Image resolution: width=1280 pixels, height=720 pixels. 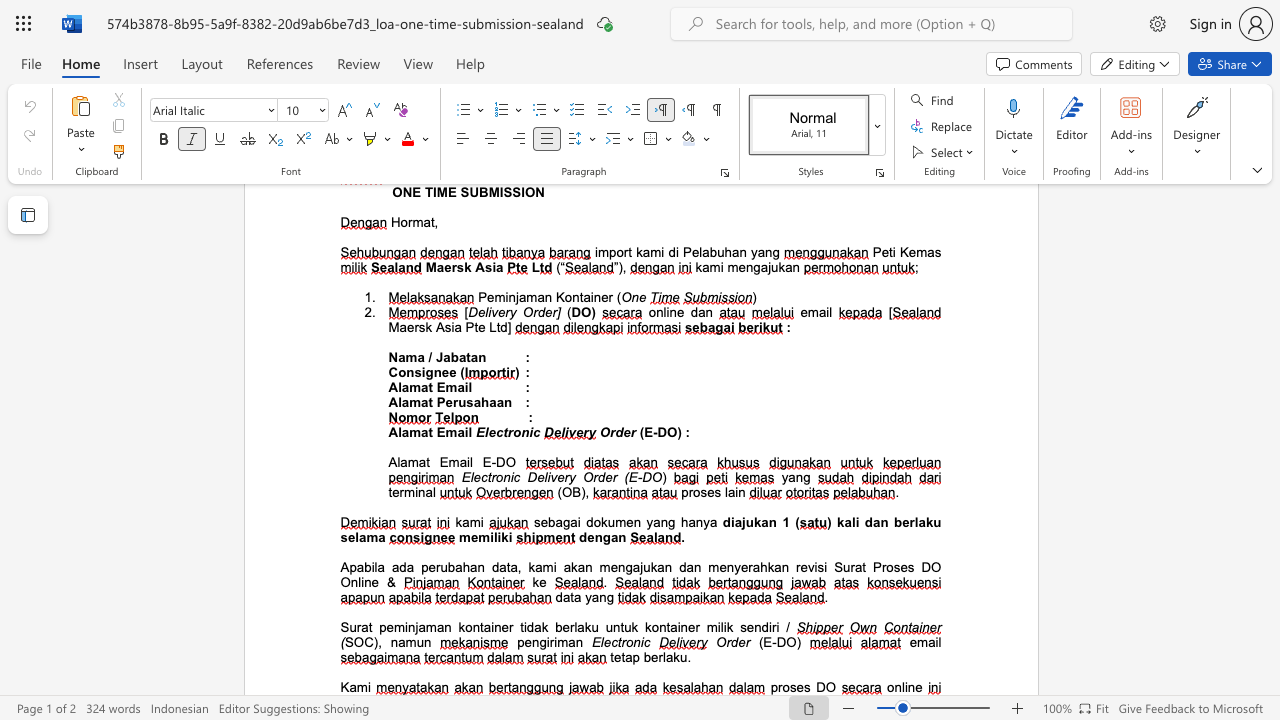 What do you see at coordinates (803, 686) in the screenshot?
I see `the space between the continuous character "e" and "s" in the text` at bounding box center [803, 686].